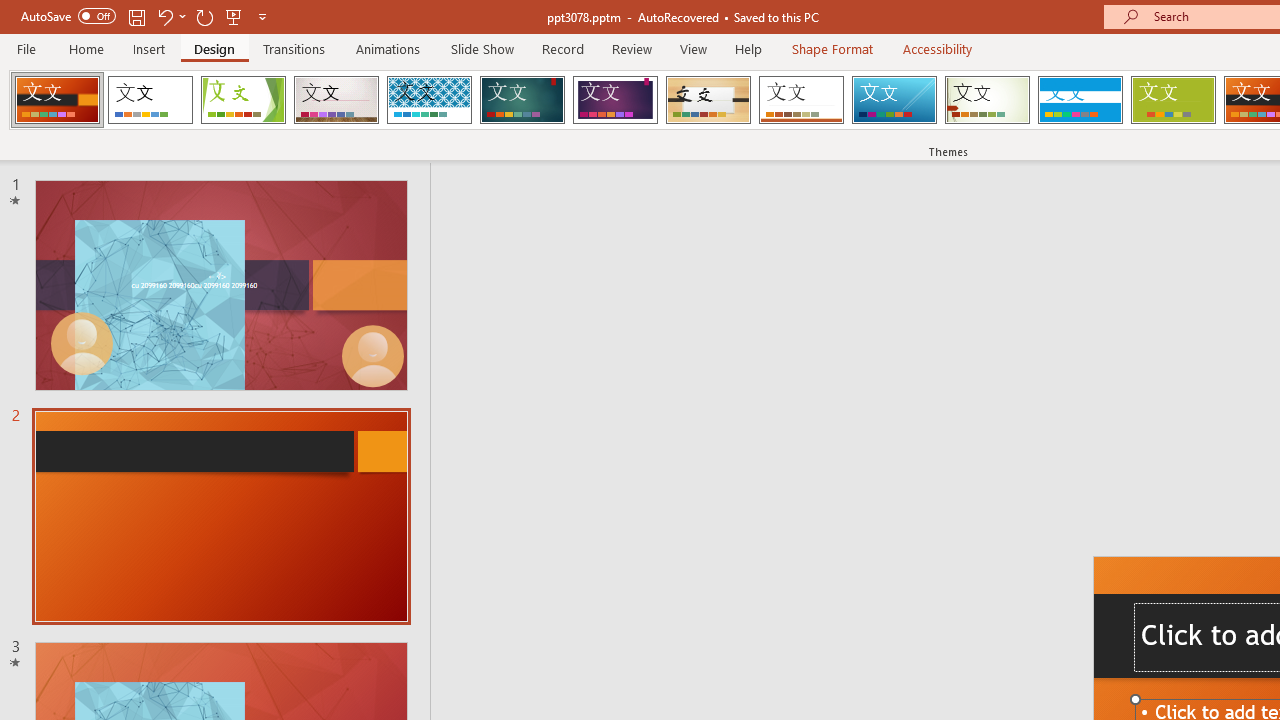 This screenshot has width=1280, height=720. What do you see at coordinates (832, 48) in the screenshot?
I see `'Shape Format'` at bounding box center [832, 48].